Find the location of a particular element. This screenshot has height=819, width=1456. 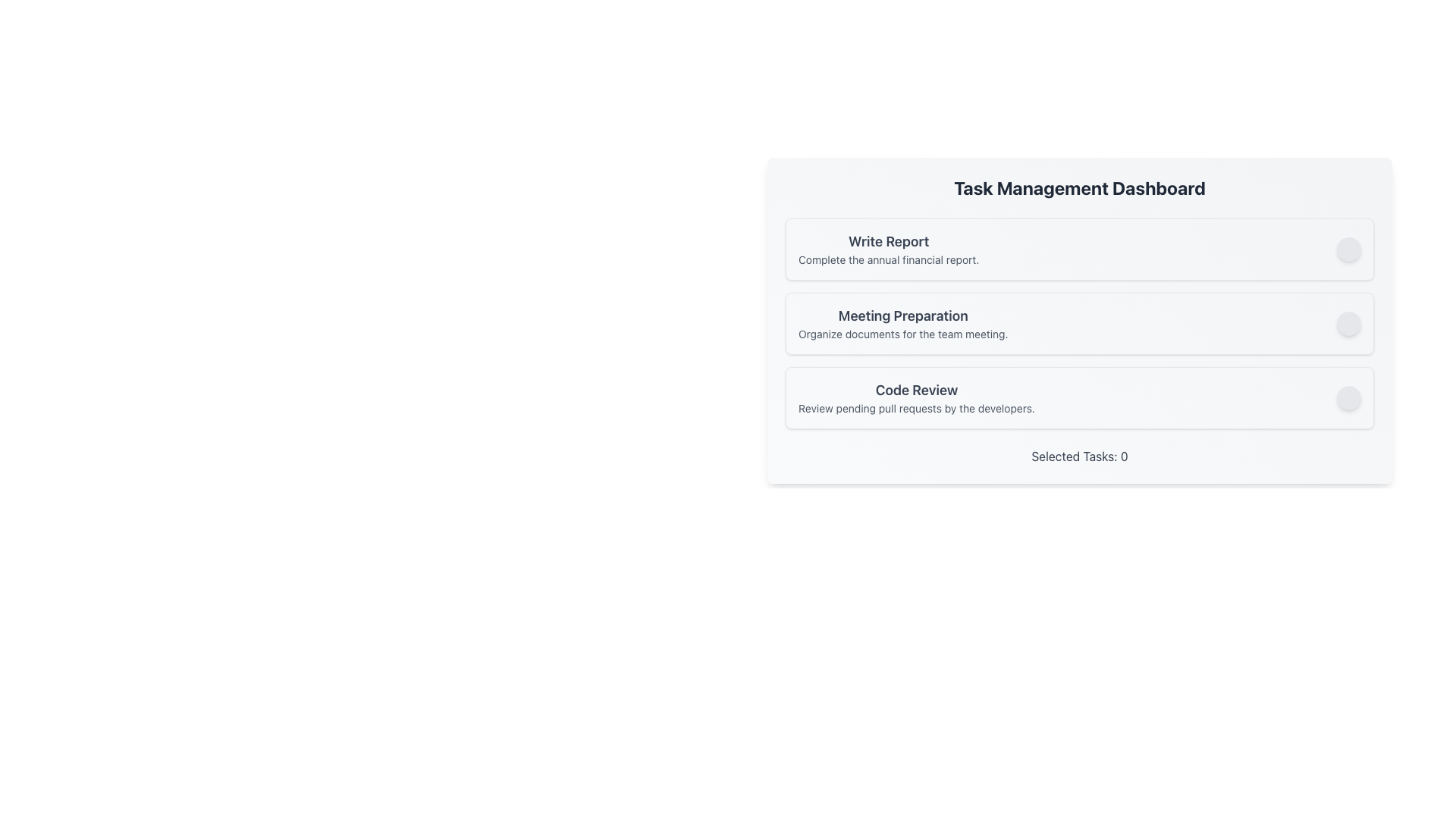

the text within the 'Meeting Preparation' text block located in the second card of the task management interface is located at coordinates (903, 323).